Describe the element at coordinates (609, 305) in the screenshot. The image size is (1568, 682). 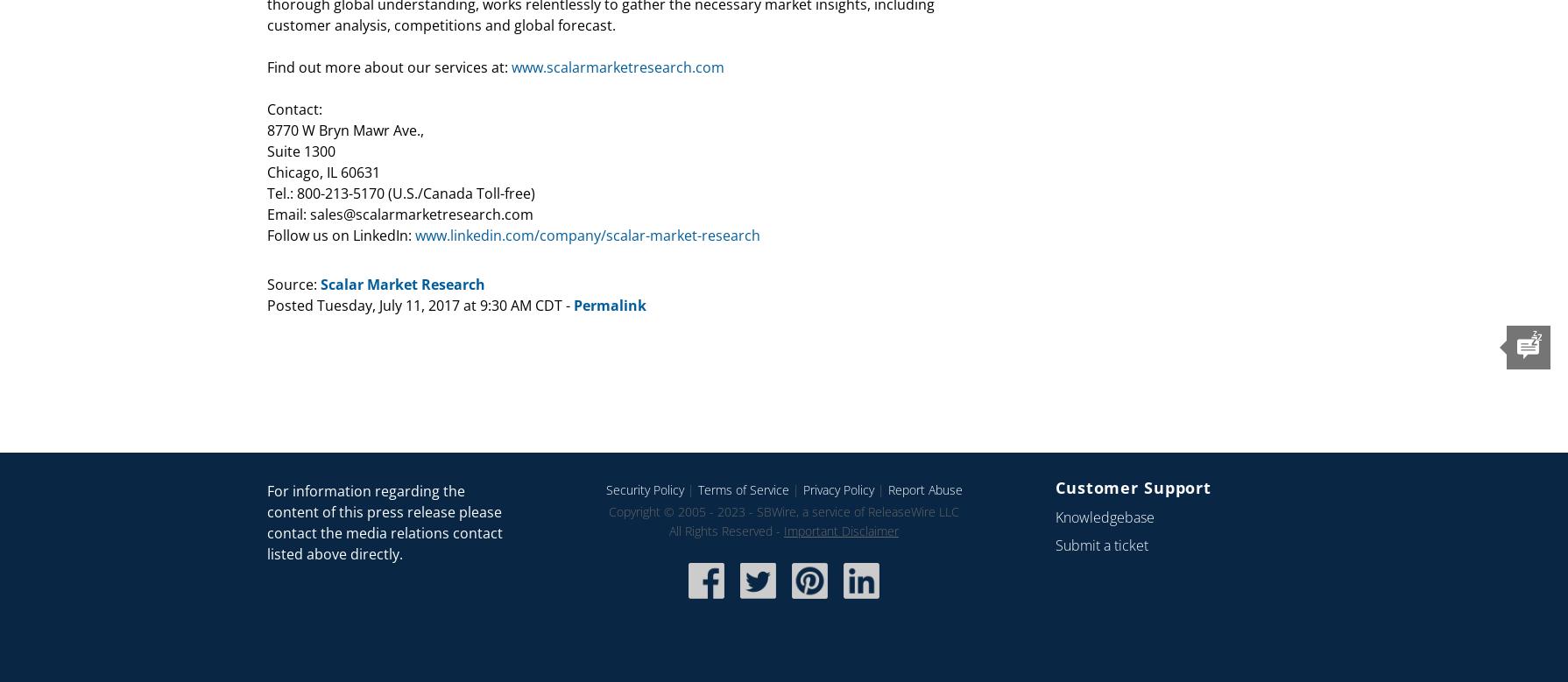
I see `'Permalink'` at that location.